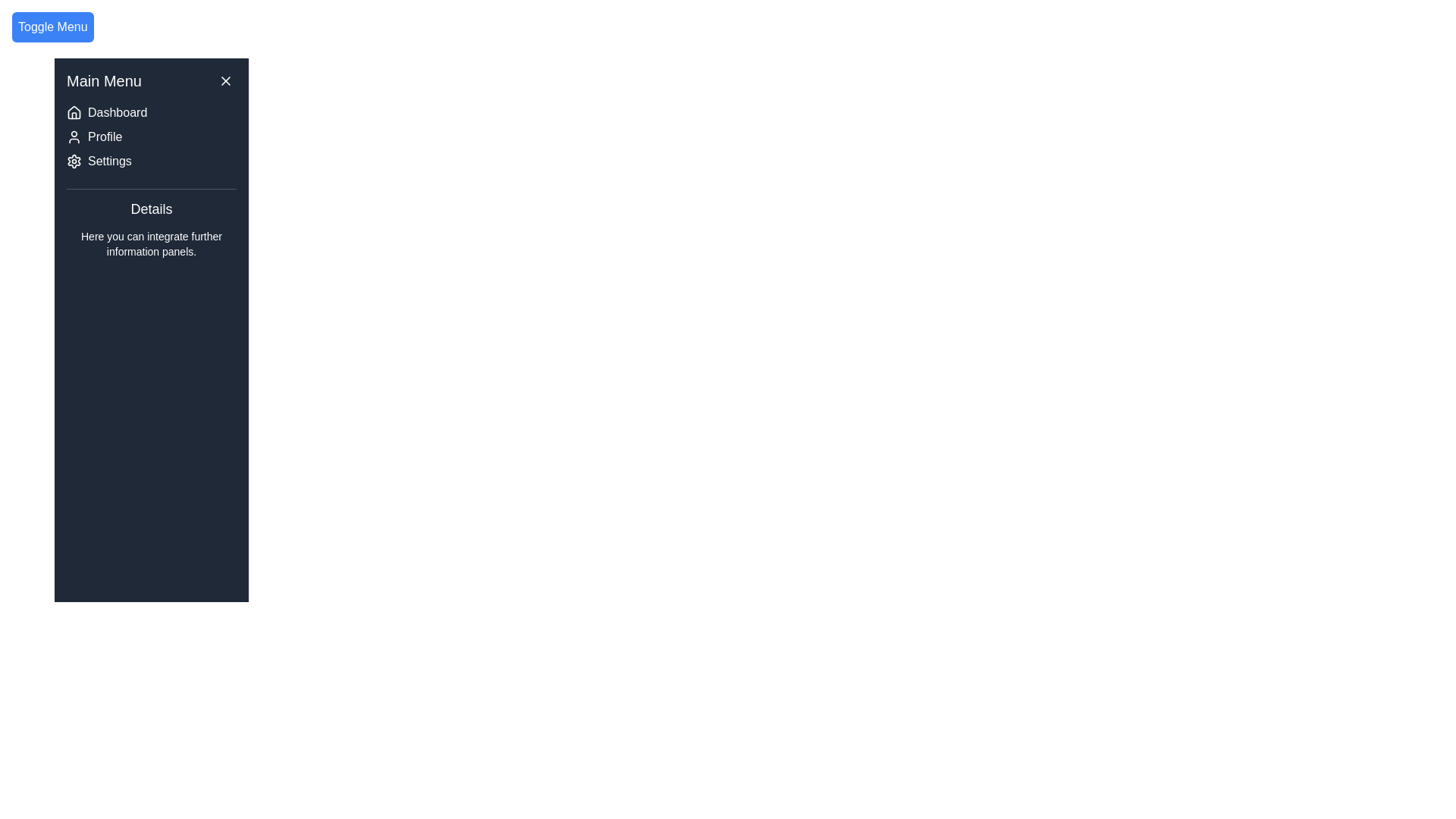  Describe the element at coordinates (152, 209) in the screenshot. I see `the label or heading element positioned in the vertical navigation menu, located above the description text and below the horizontal separator line` at that location.